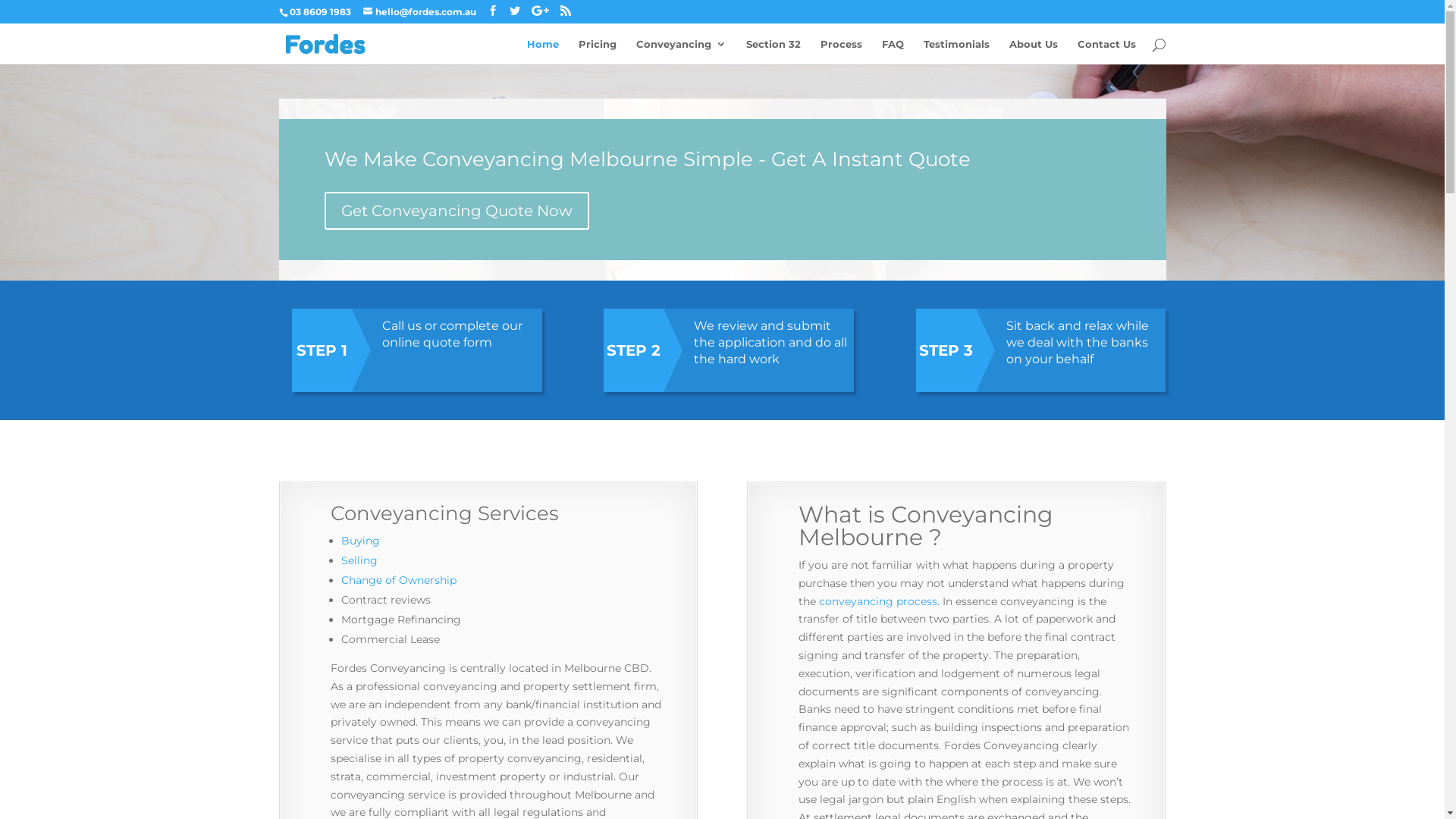 The height and width of the screenshot is (819, 1456). Describe the element at coordinates (877, 601) in the screenshot. I see `'conveyancing process'` at that location.